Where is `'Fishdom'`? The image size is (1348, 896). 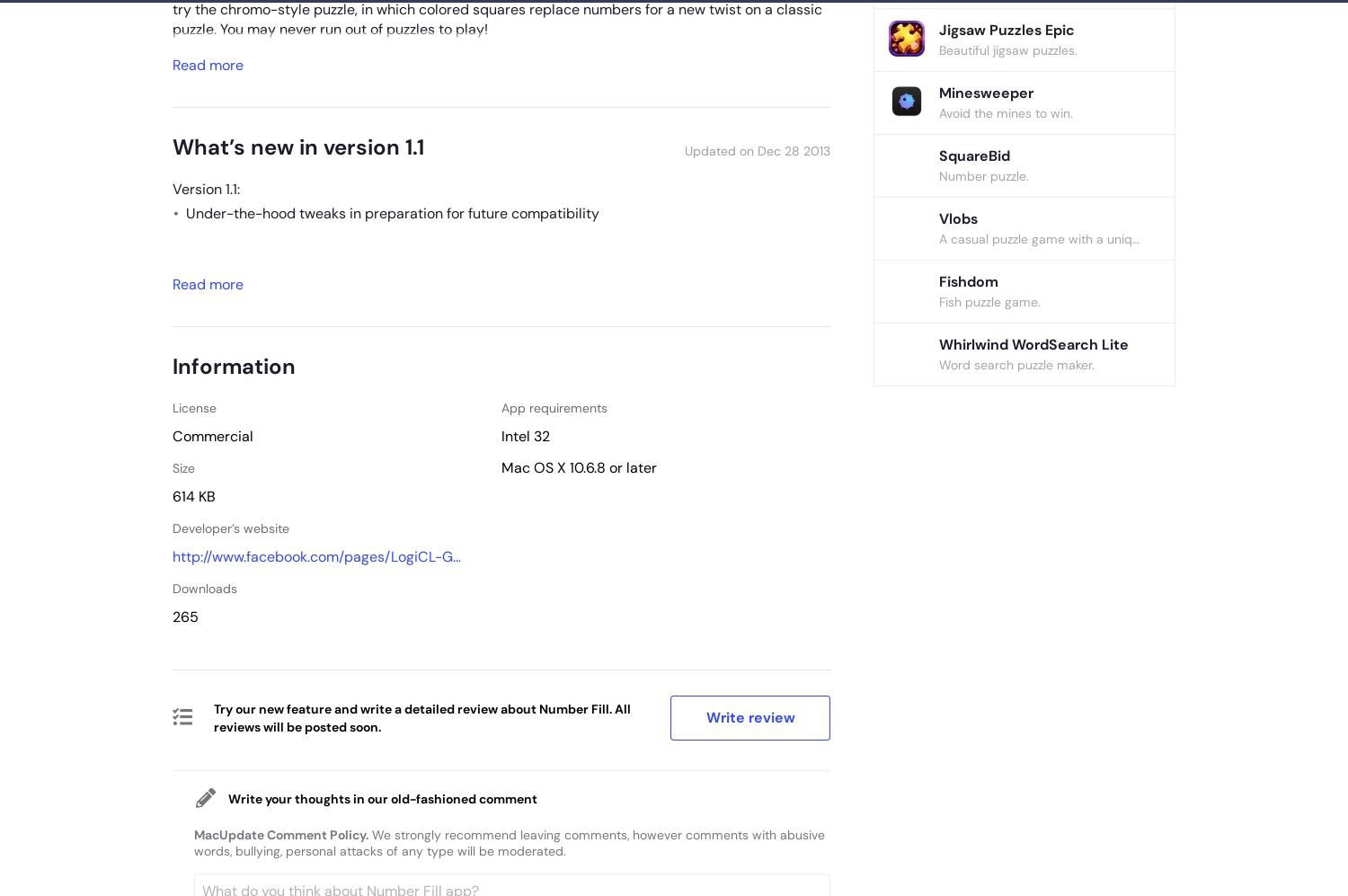 'Fishdom' is located at coordinates (939, 281).